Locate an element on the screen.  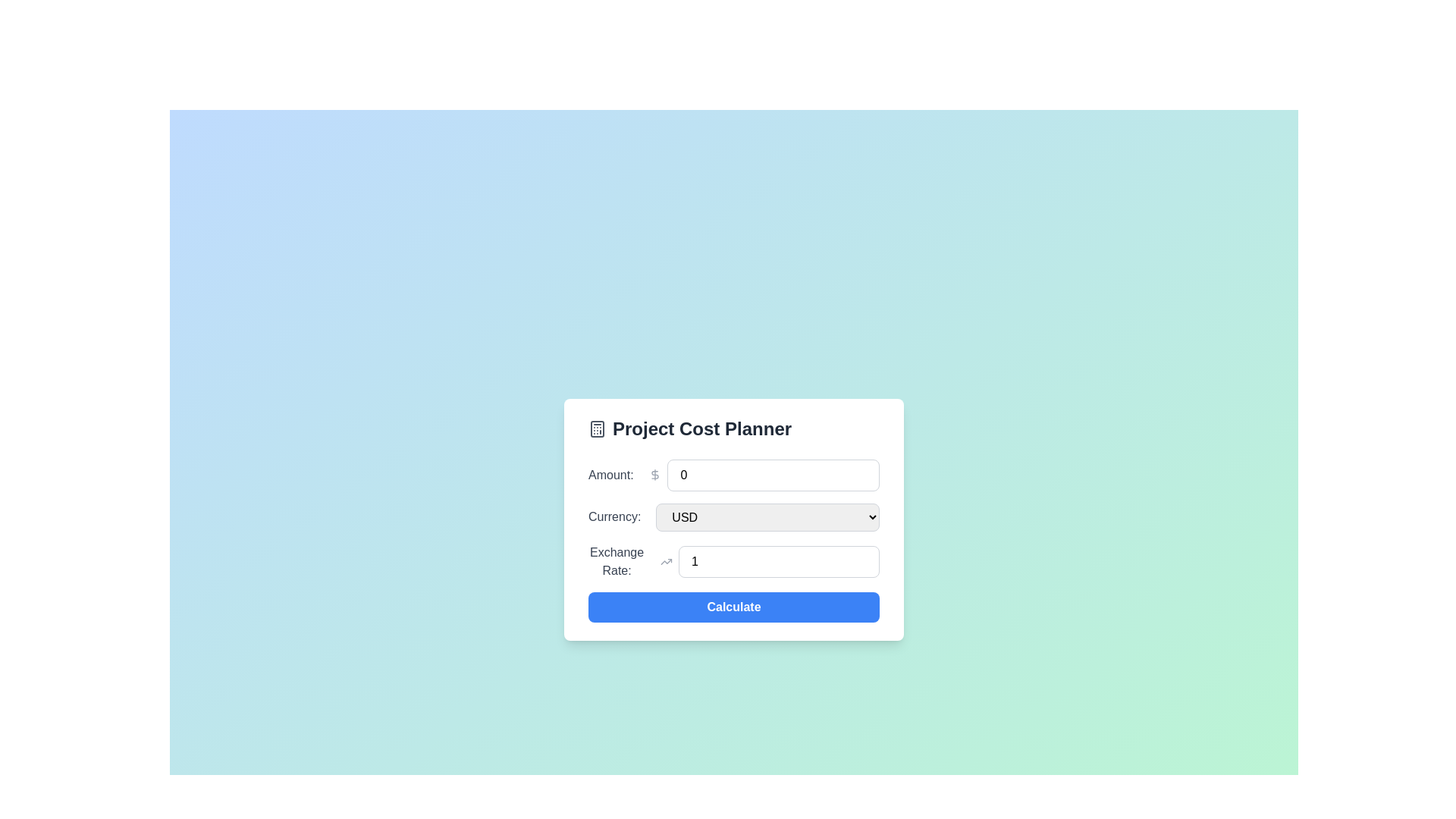
to select the content is located at coordinates (773, 474).